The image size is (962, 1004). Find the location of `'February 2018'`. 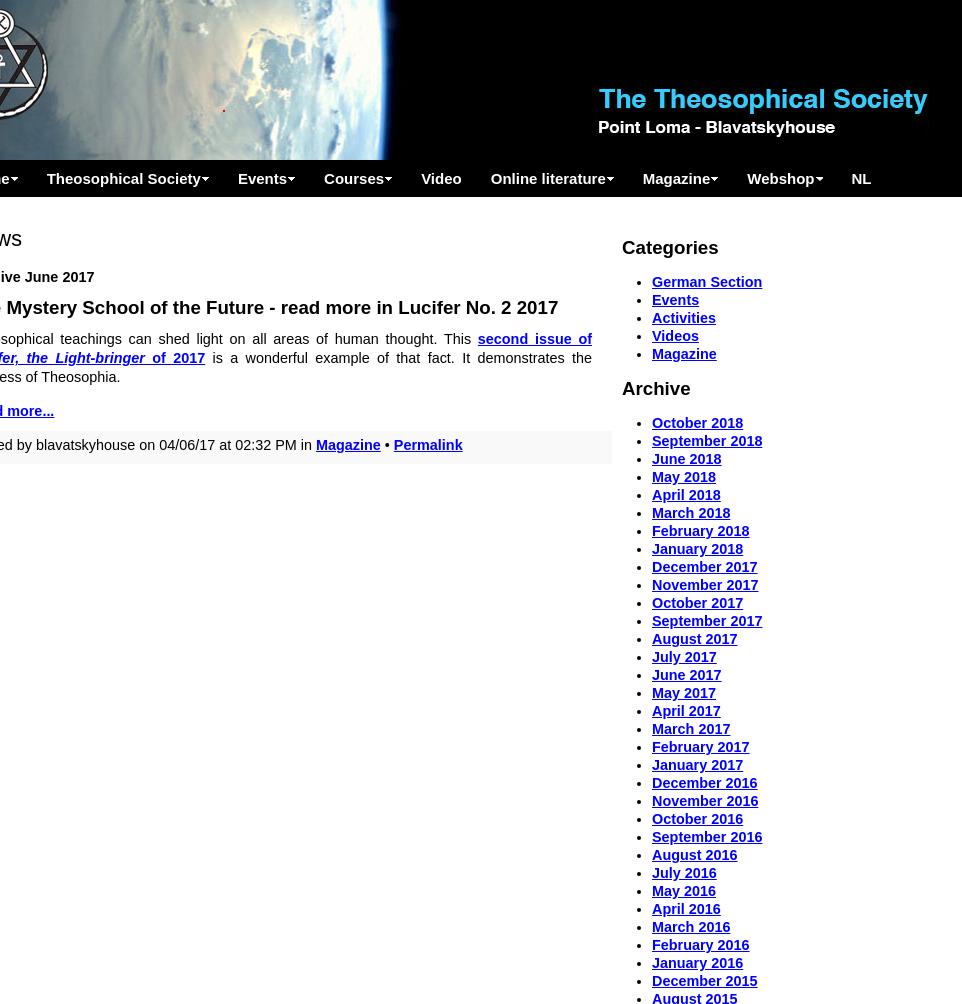

'February 2018' is located at coordinates (699, 531).